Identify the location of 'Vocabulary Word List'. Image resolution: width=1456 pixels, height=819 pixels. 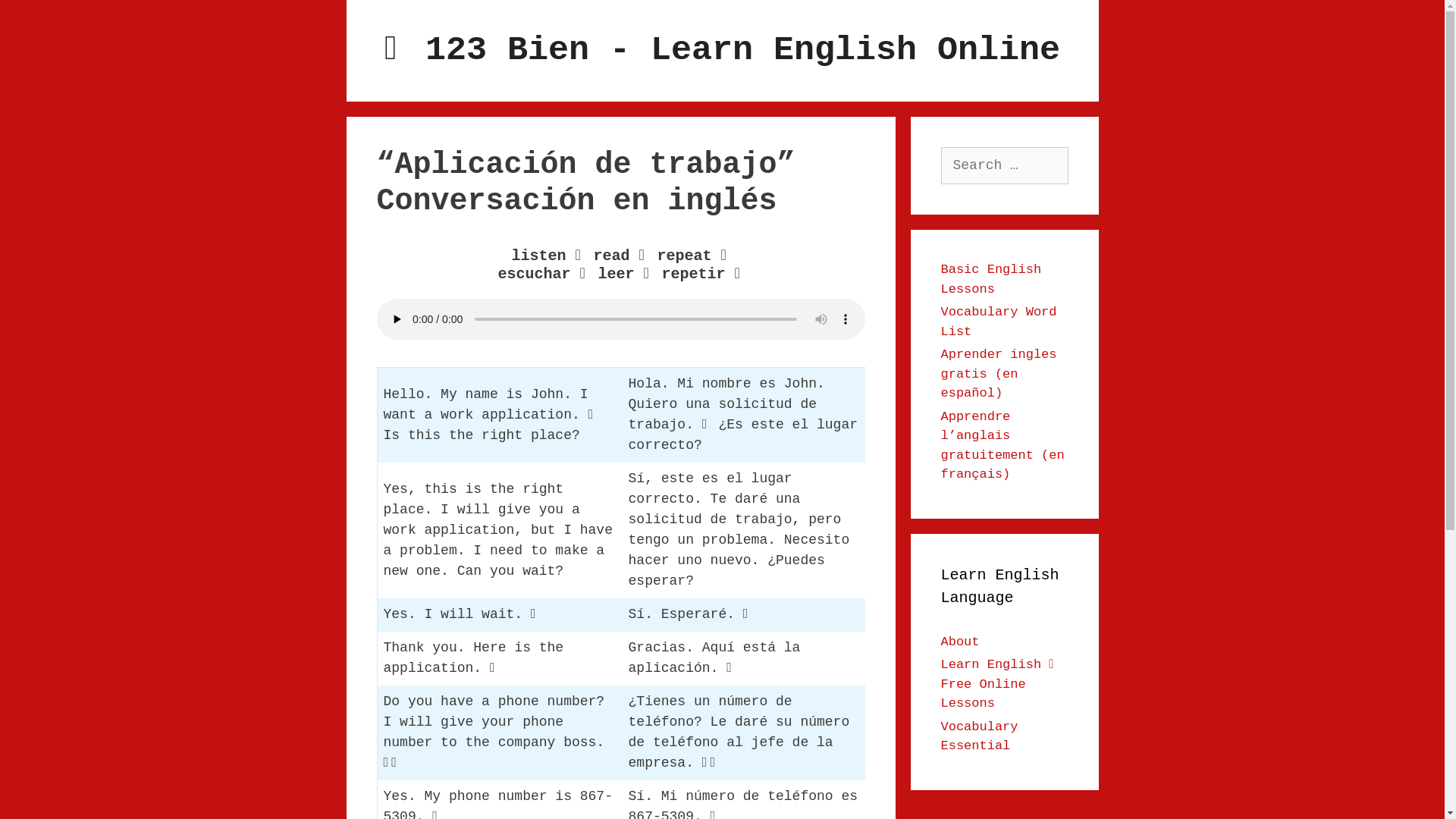
(998, 321).